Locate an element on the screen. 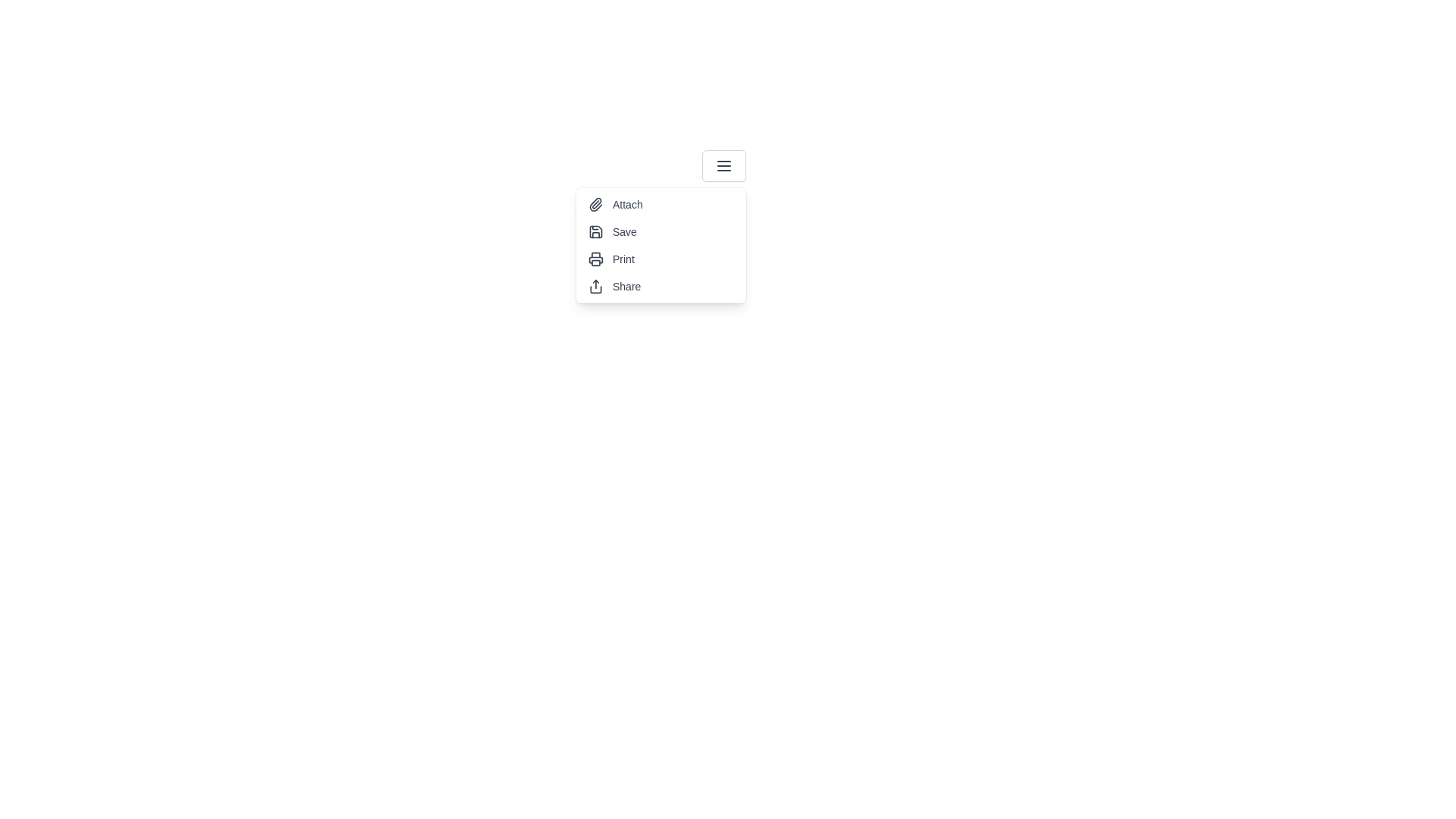 The image size is (1456, 819). the Menu / Hamburger icon located at the top-right corner is located at coordinates (723, 166).